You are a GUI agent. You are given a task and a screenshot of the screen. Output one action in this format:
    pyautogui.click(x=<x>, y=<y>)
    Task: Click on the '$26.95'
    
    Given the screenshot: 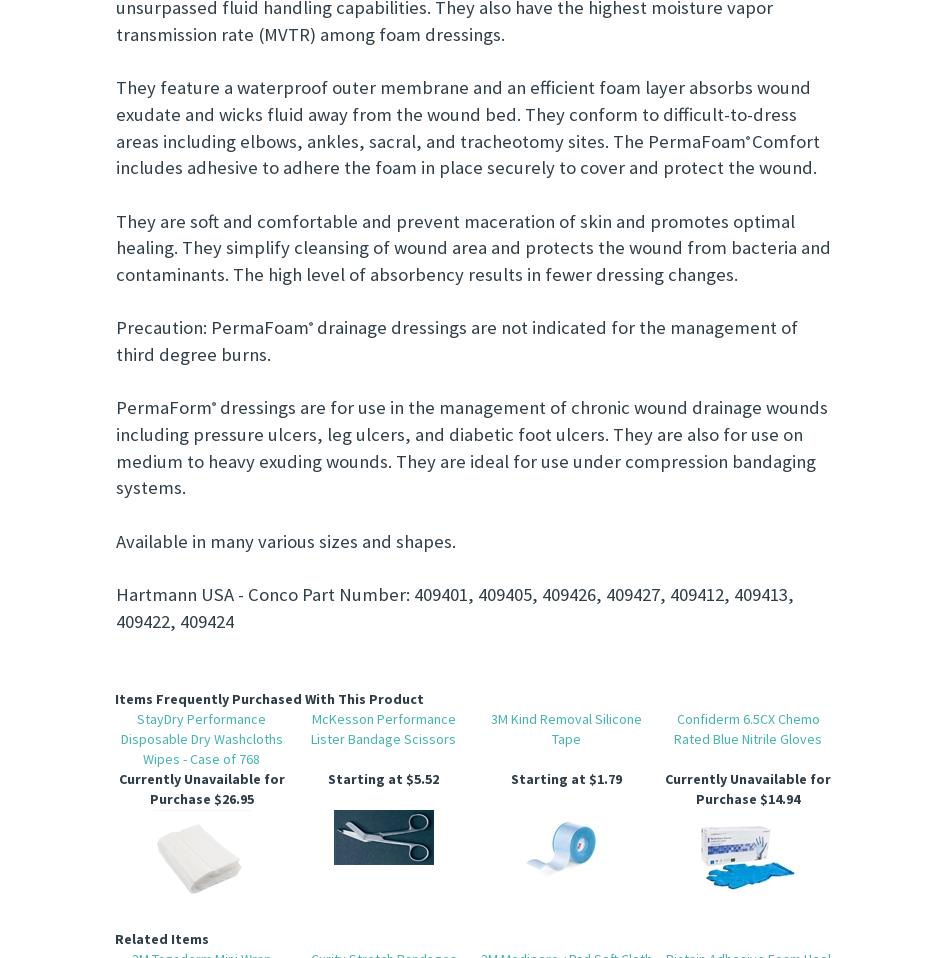 What is the action you would take?
    pyautogui.click(x=231, y=798)
    